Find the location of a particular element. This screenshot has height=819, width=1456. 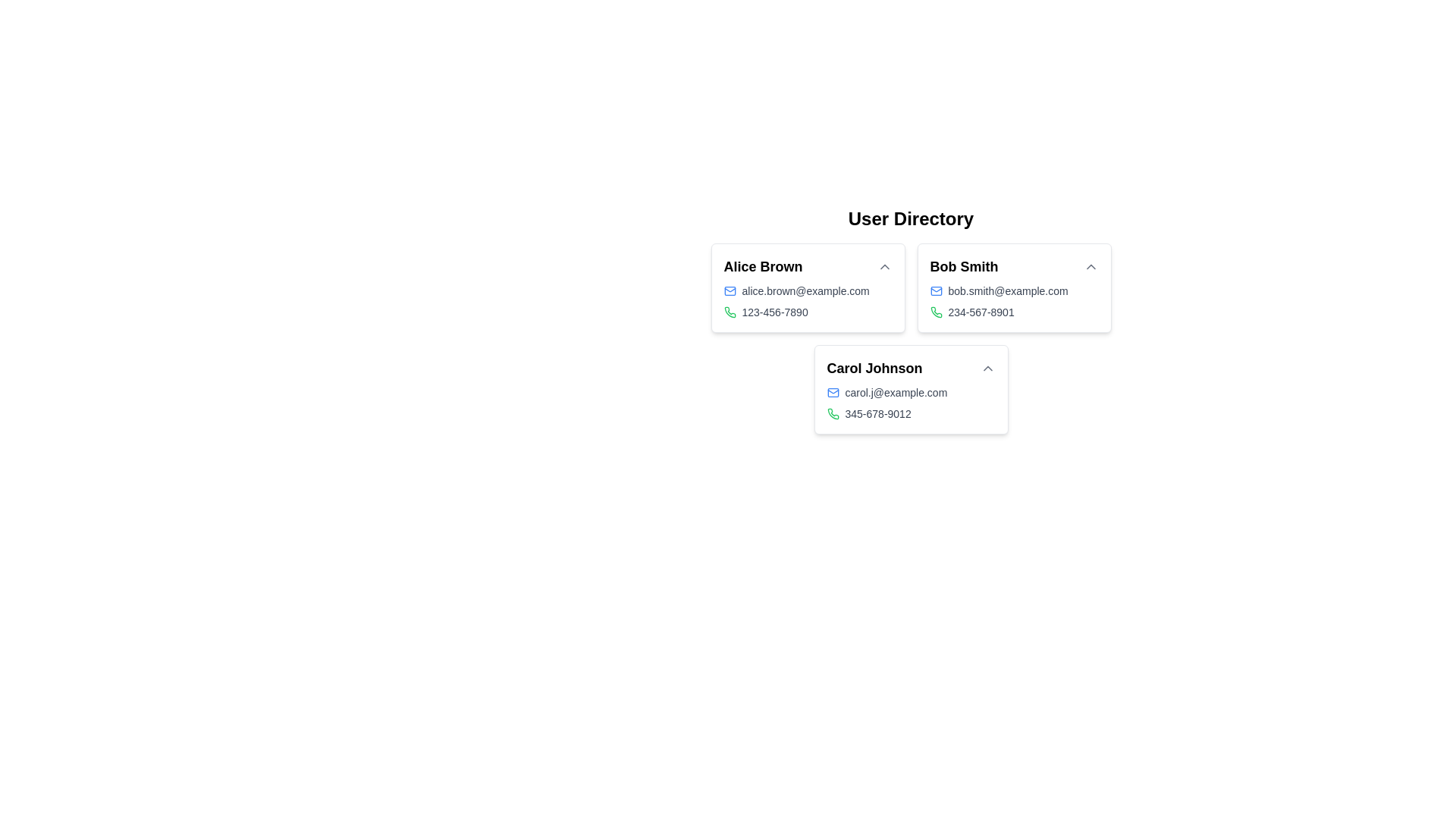

the rectangular SVG element with rounded corners that forms part of the envelope icon located below 'Bob Smith' in the user directory interface is located at coordinates (832, 391).